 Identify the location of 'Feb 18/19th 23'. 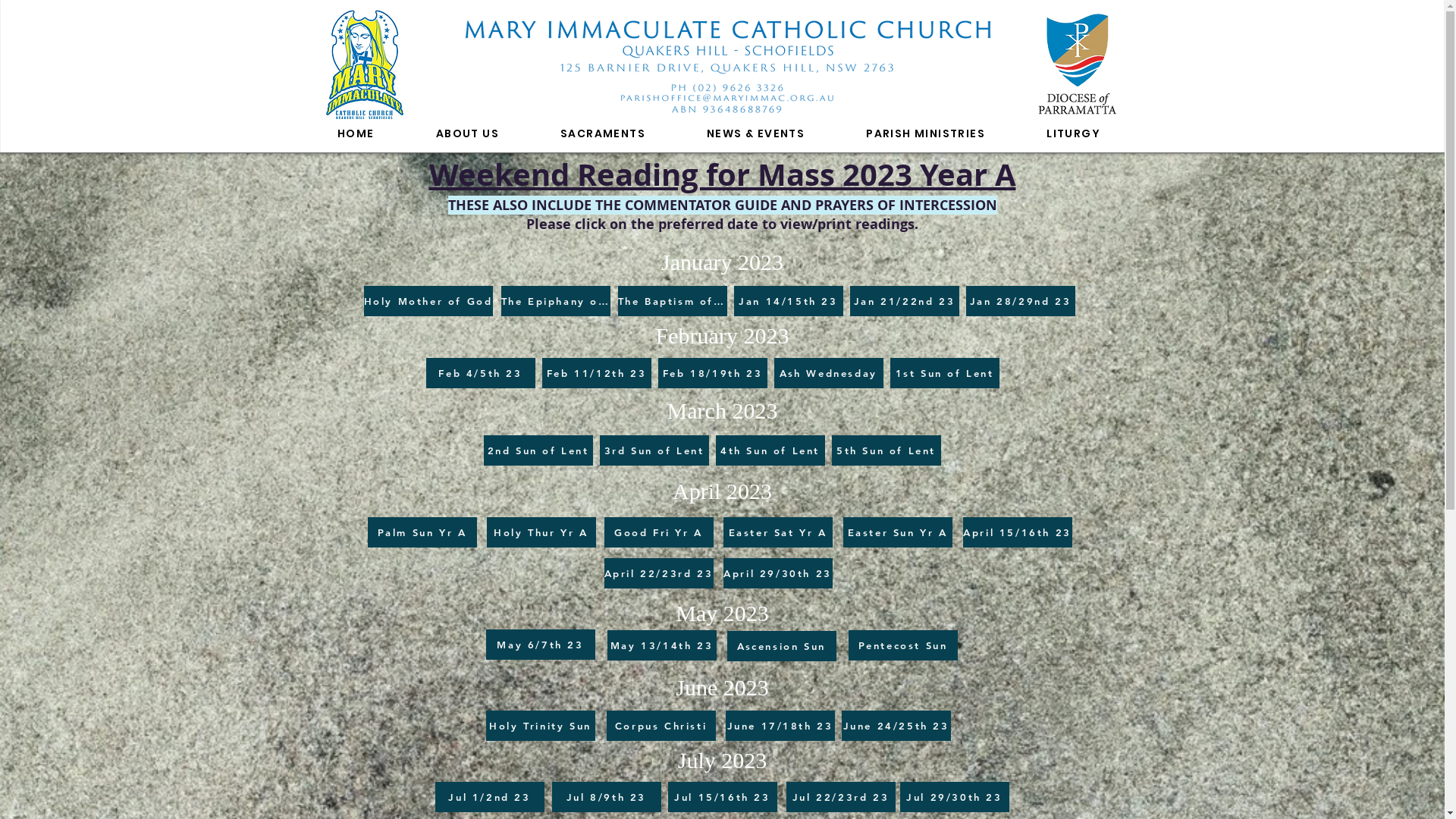
(712, 373).